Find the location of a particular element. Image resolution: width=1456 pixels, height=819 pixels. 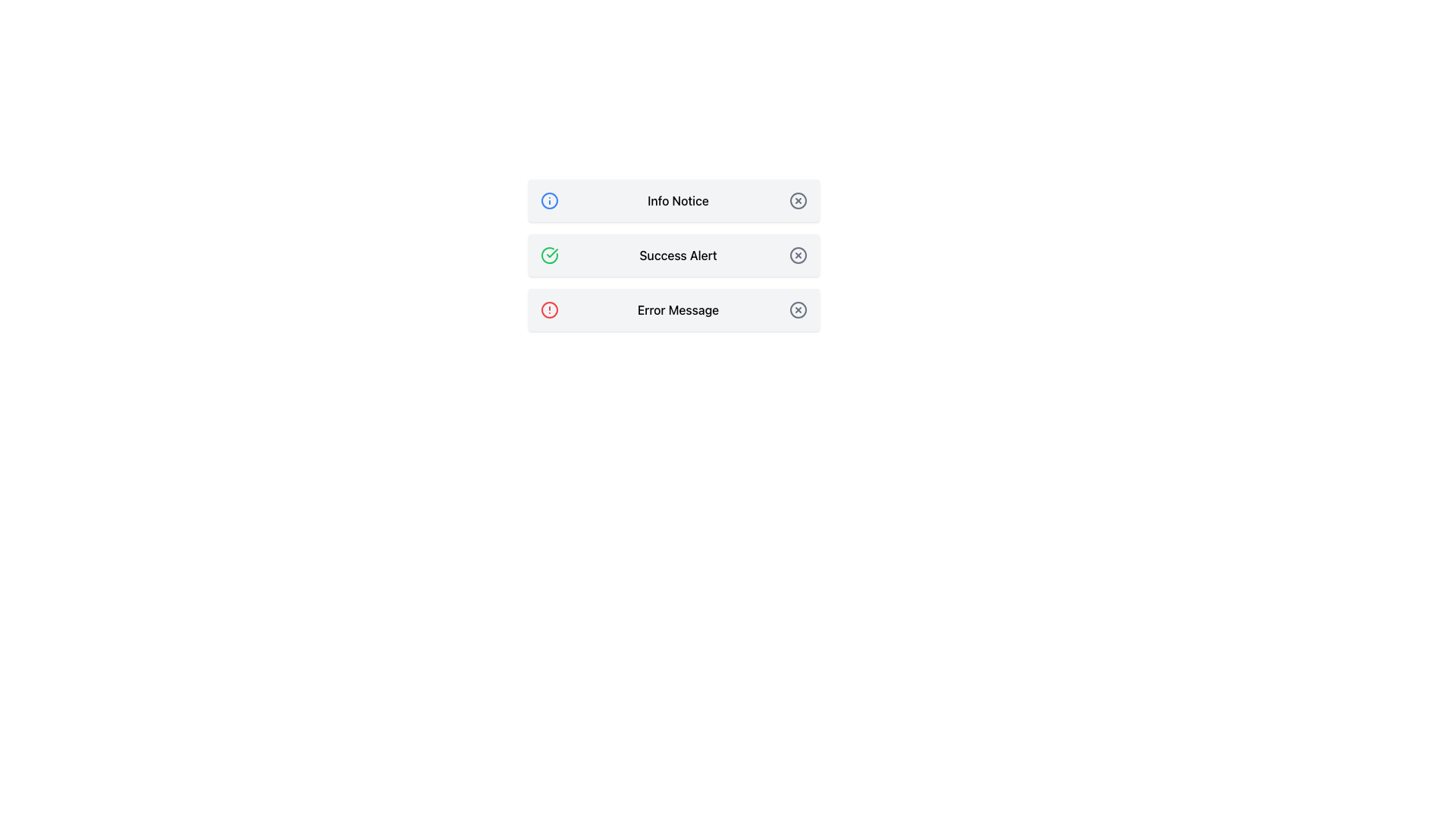

the 'Info Notice' text label, which is centrally aligned within the topmost notification card, located between a blue icon and a 'close' icon is located at coordinates (677, 200).